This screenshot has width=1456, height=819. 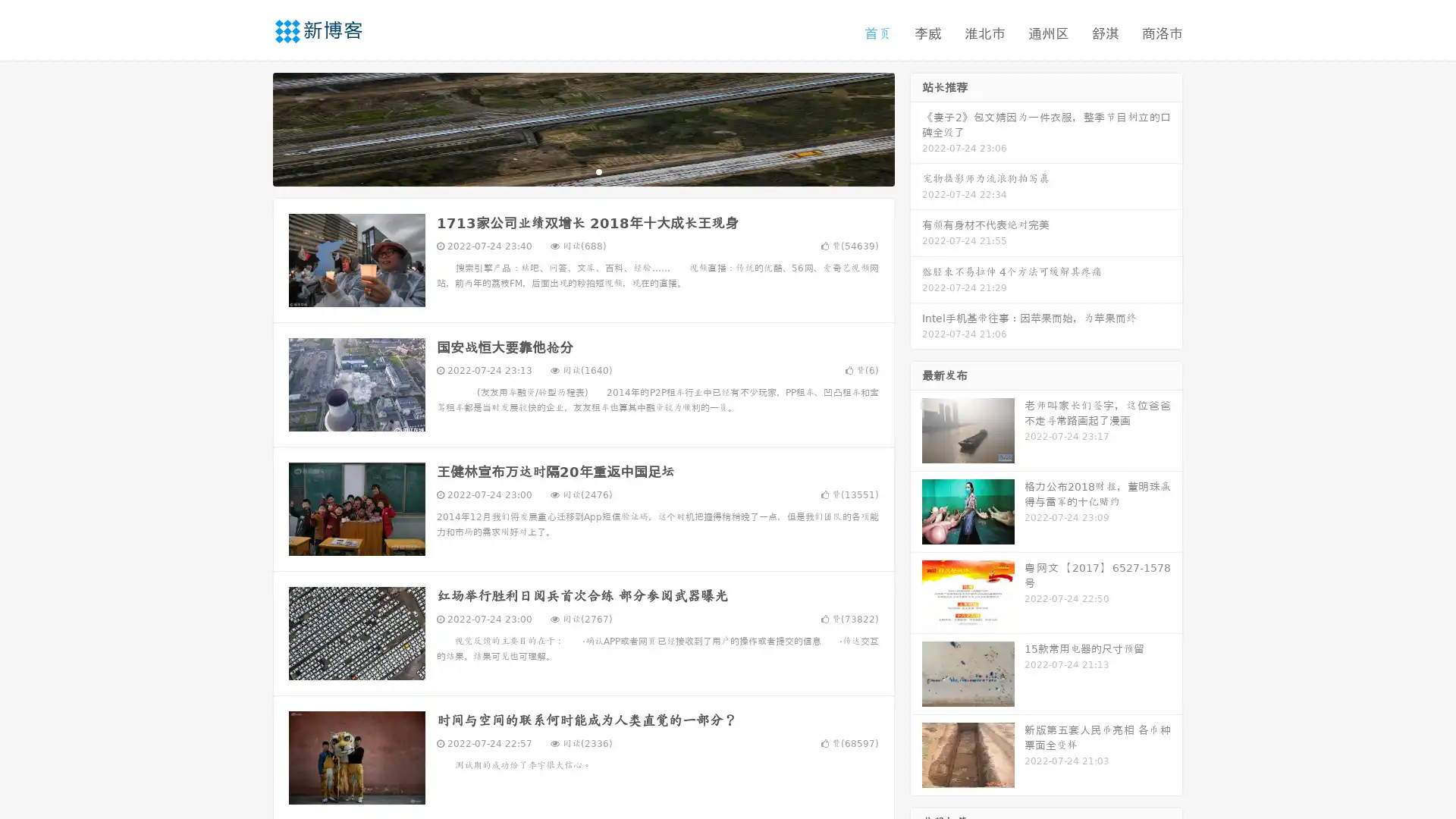 I want to click on Go to slide 1, so click(x=567, y=171).